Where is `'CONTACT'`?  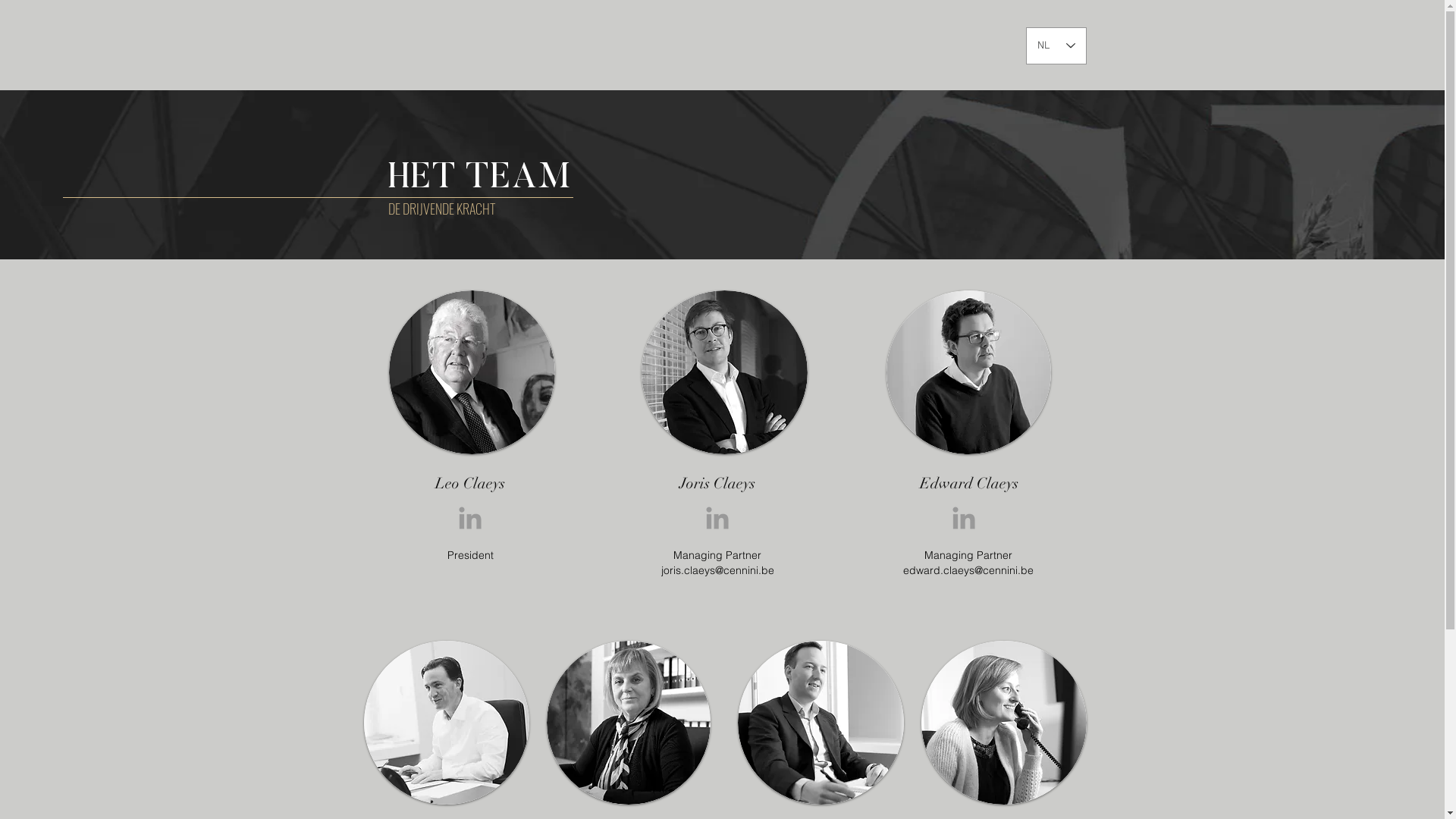
'CONTACT' is located at coordinates (952, 43).